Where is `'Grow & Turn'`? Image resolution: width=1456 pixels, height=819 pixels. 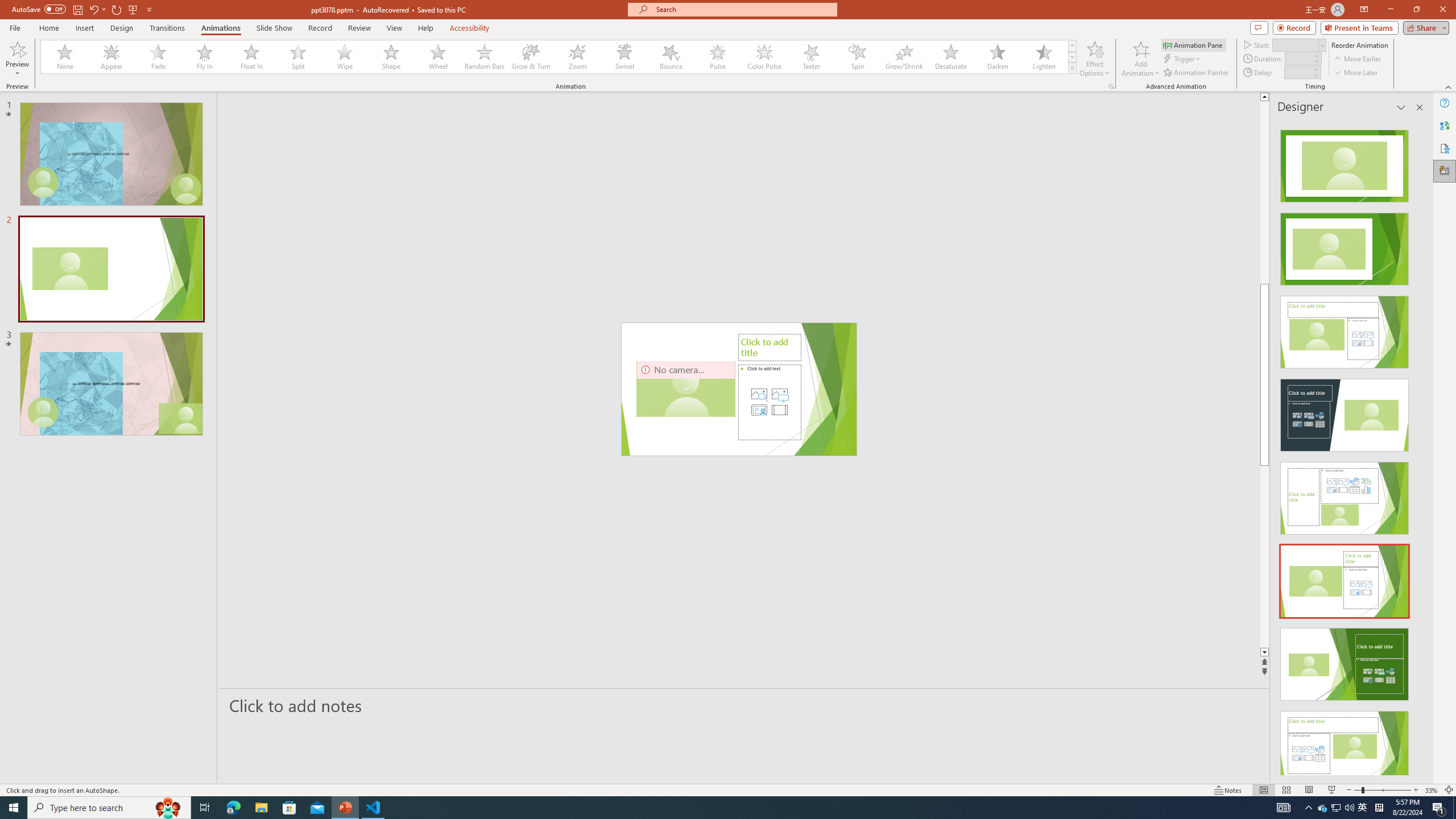 'Grow & Turn' is located at coordinates (531, 56).